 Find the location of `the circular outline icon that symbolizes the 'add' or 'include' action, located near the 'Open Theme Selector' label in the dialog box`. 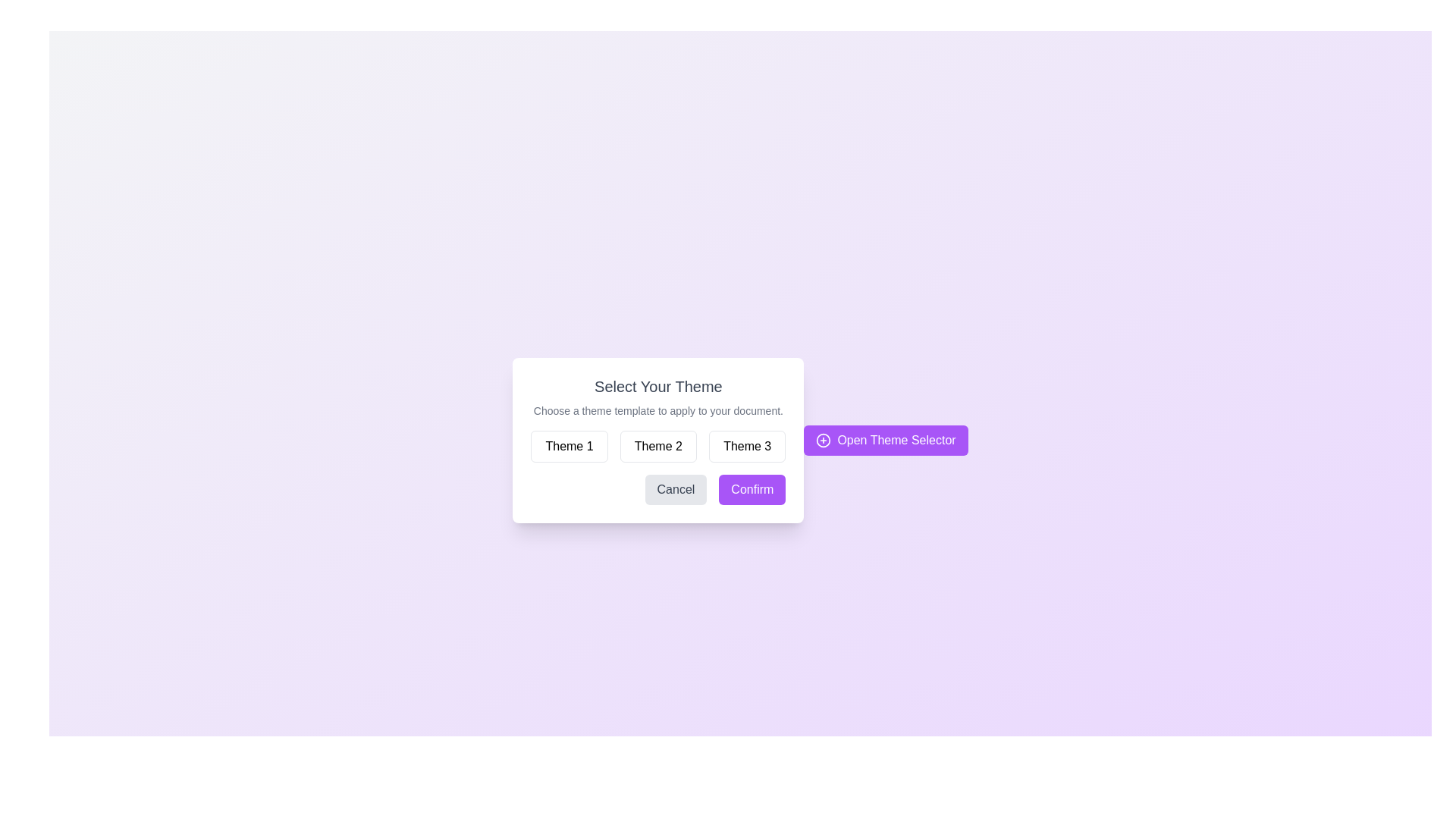

the circular outline icon that symbolizes the 'add' or 'include' action, located near the 'Open Theme Selector' label in the dialog box is located at coordinates (823, 441).